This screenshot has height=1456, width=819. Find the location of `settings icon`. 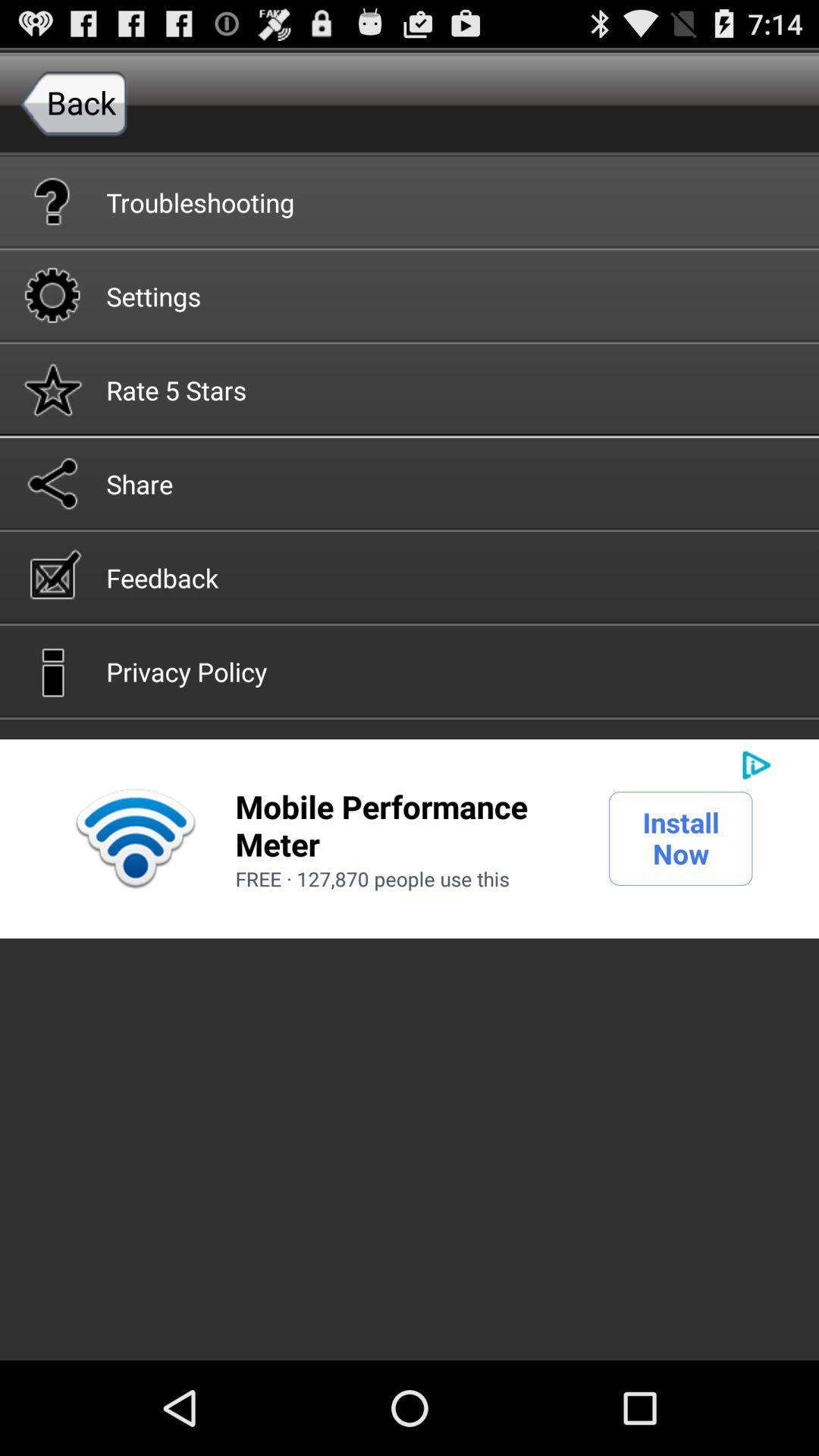

settings icon is located at coordinates (409, 295).